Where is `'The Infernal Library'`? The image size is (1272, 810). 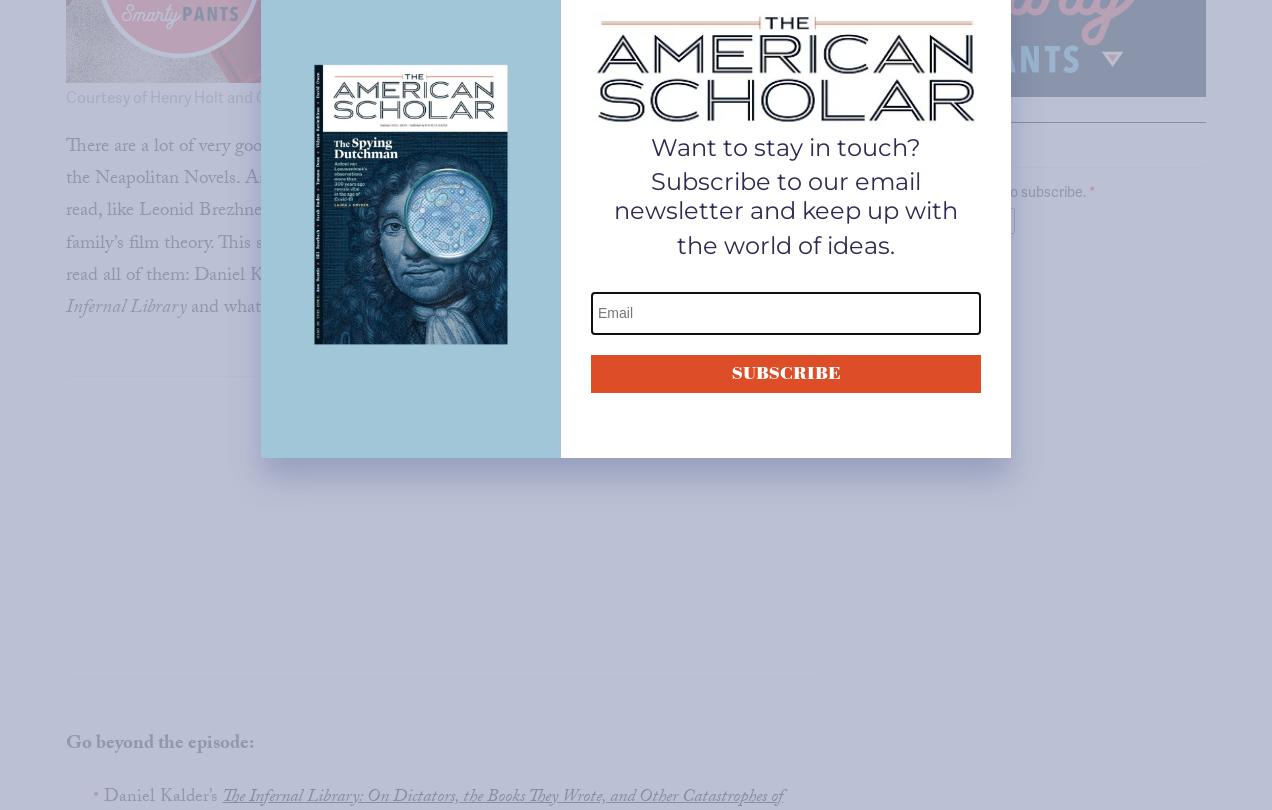
'The Infernal Library' is located at coordinates (424, 291).